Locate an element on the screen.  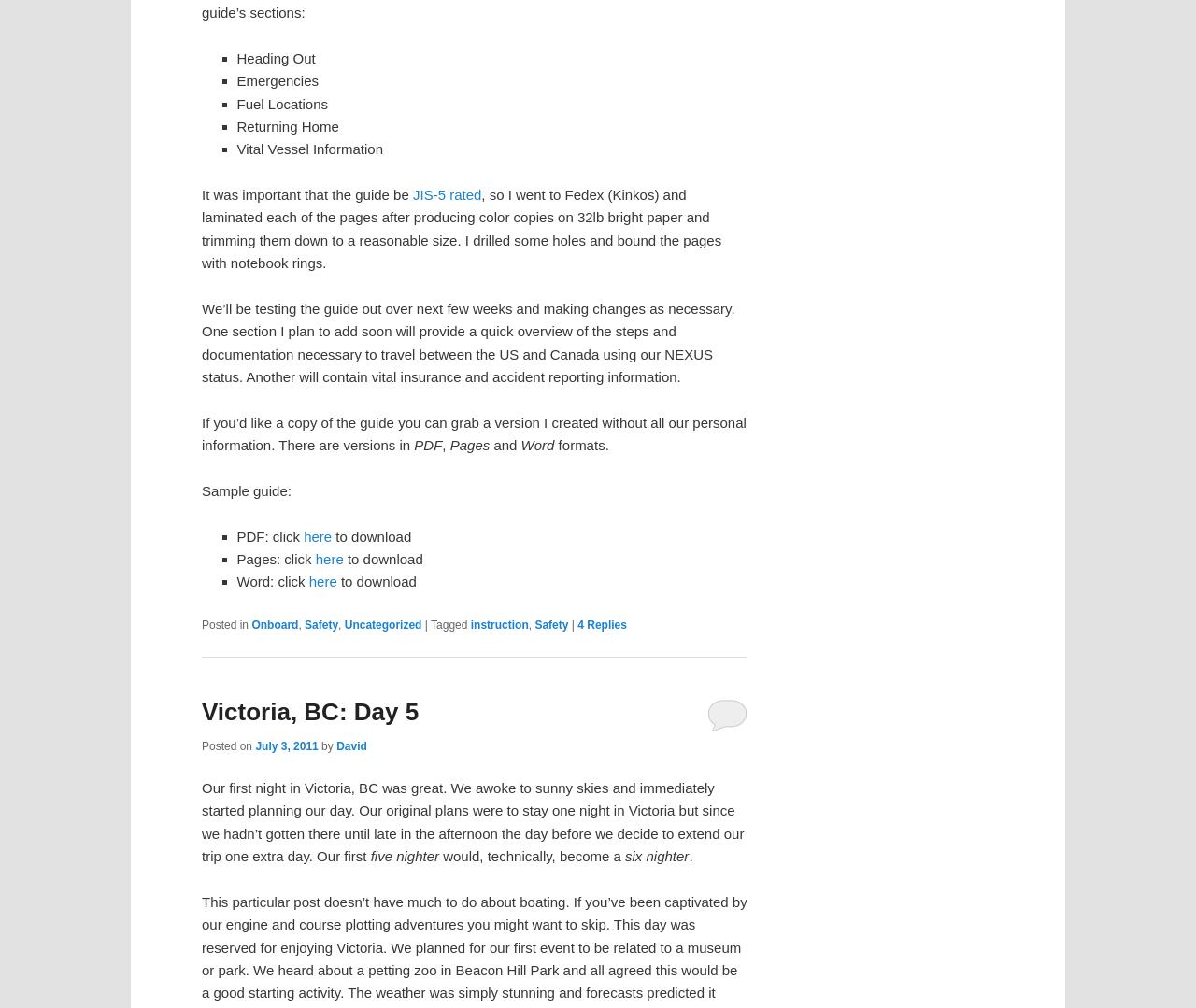
'It was important that the guide be' is located at coordinates (306, 194).